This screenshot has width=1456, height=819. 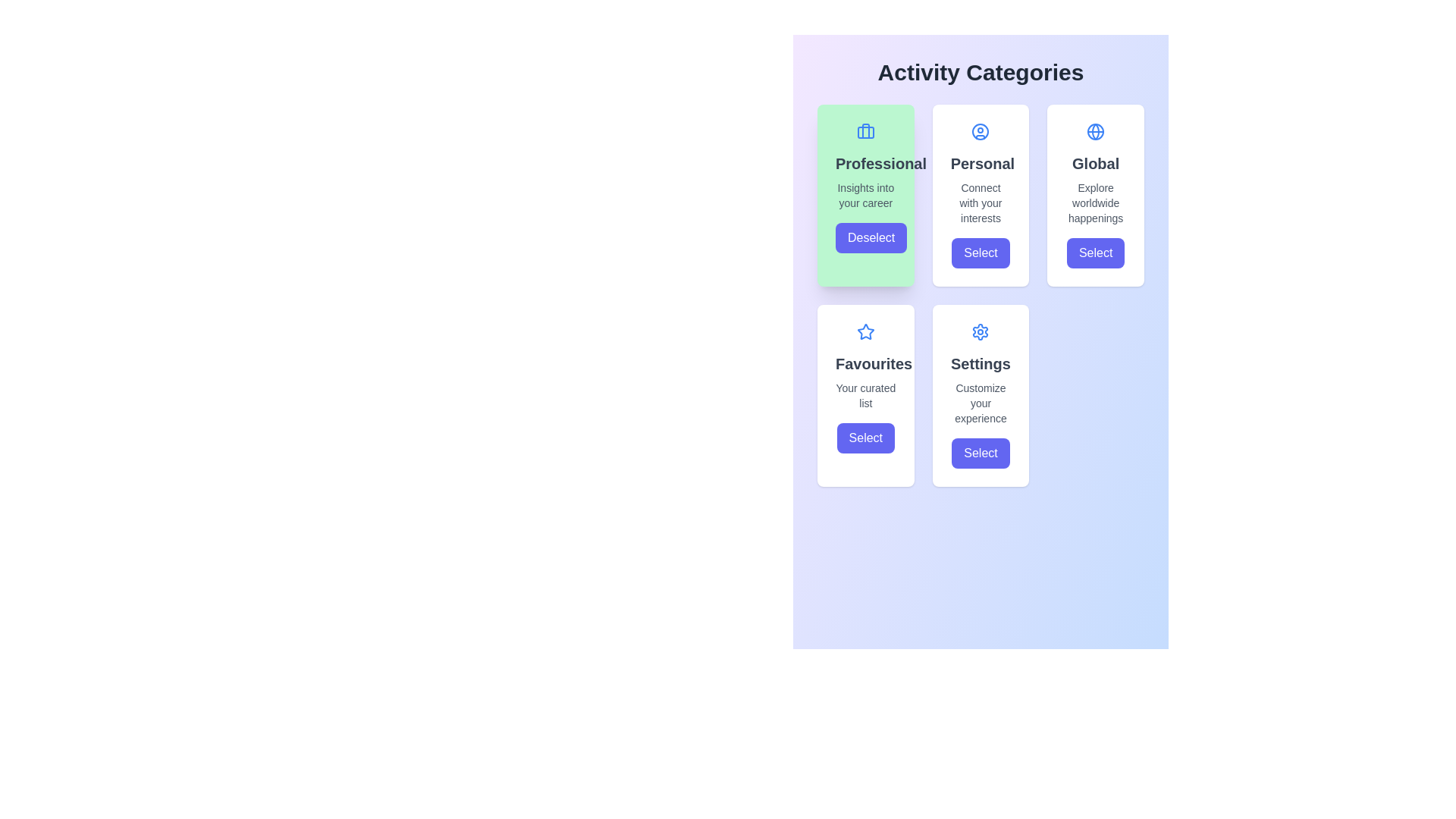 What do you see at coordinates (981, 331) in the screenshot?
I see `the larger, outer gear-like structure of the settings icon located in the bottom-right section of the interface near the 'Settings' card that mentions 'Customize your experience'` at bounding box center [981, 331].